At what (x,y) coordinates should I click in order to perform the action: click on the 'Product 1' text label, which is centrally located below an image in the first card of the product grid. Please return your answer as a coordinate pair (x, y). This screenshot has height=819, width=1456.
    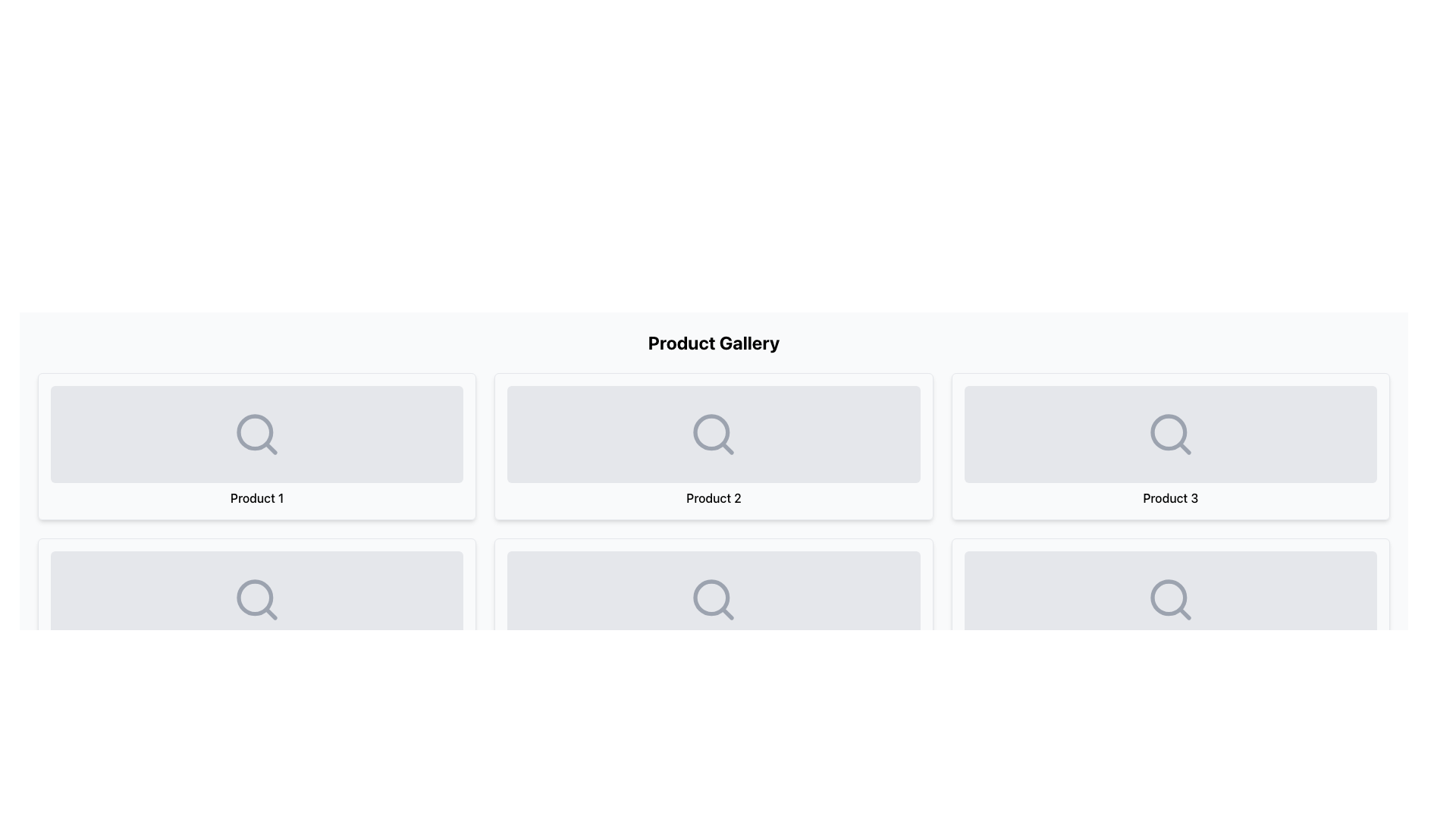
    Looking at the image, I should click on (257, 497).